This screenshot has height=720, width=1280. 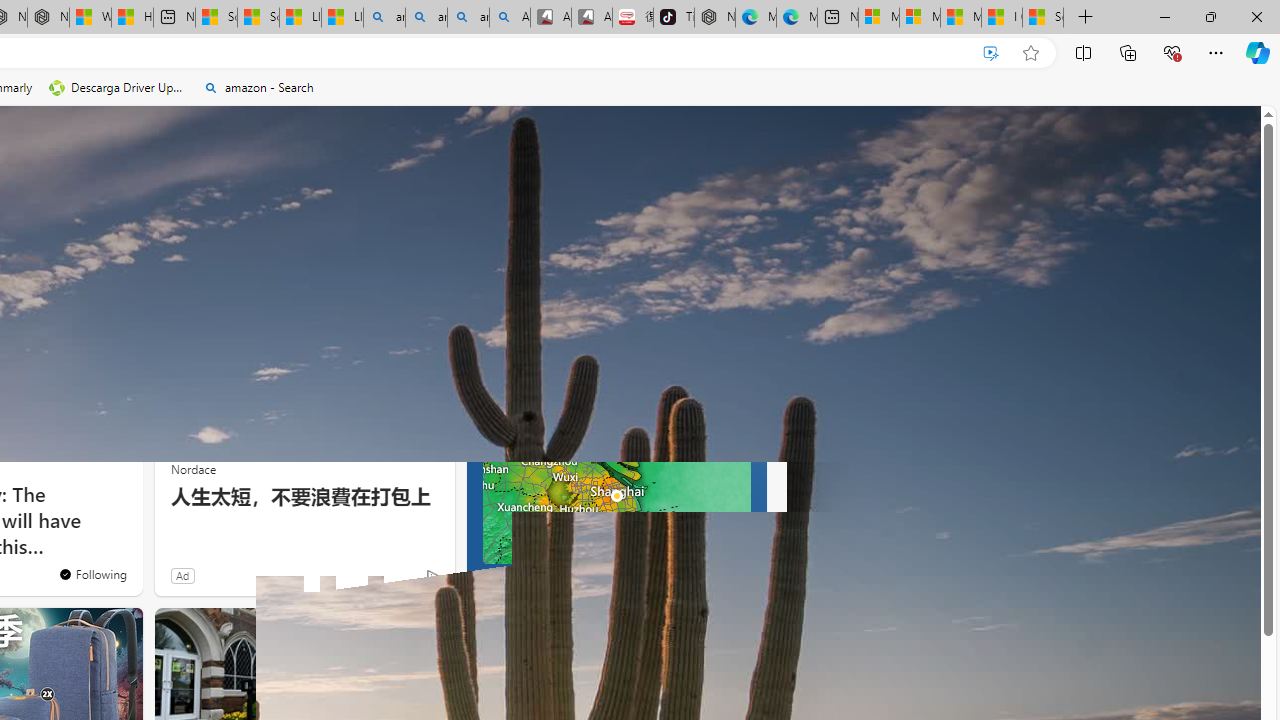 I want to click on 'Health', so click(x=34, y=265).